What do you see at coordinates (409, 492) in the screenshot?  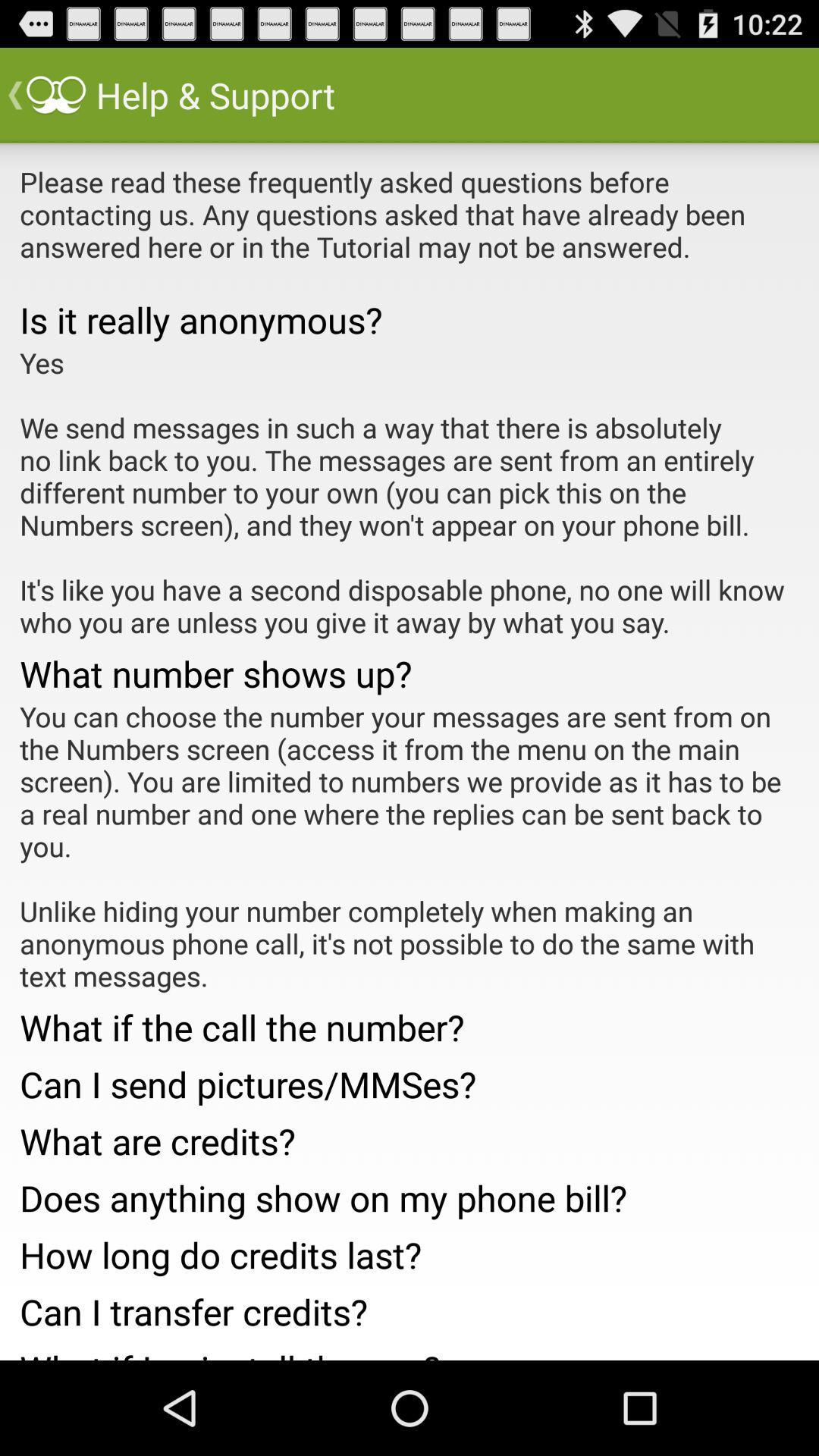 I see `app above the what number shows` at bounding box center [409, 492].